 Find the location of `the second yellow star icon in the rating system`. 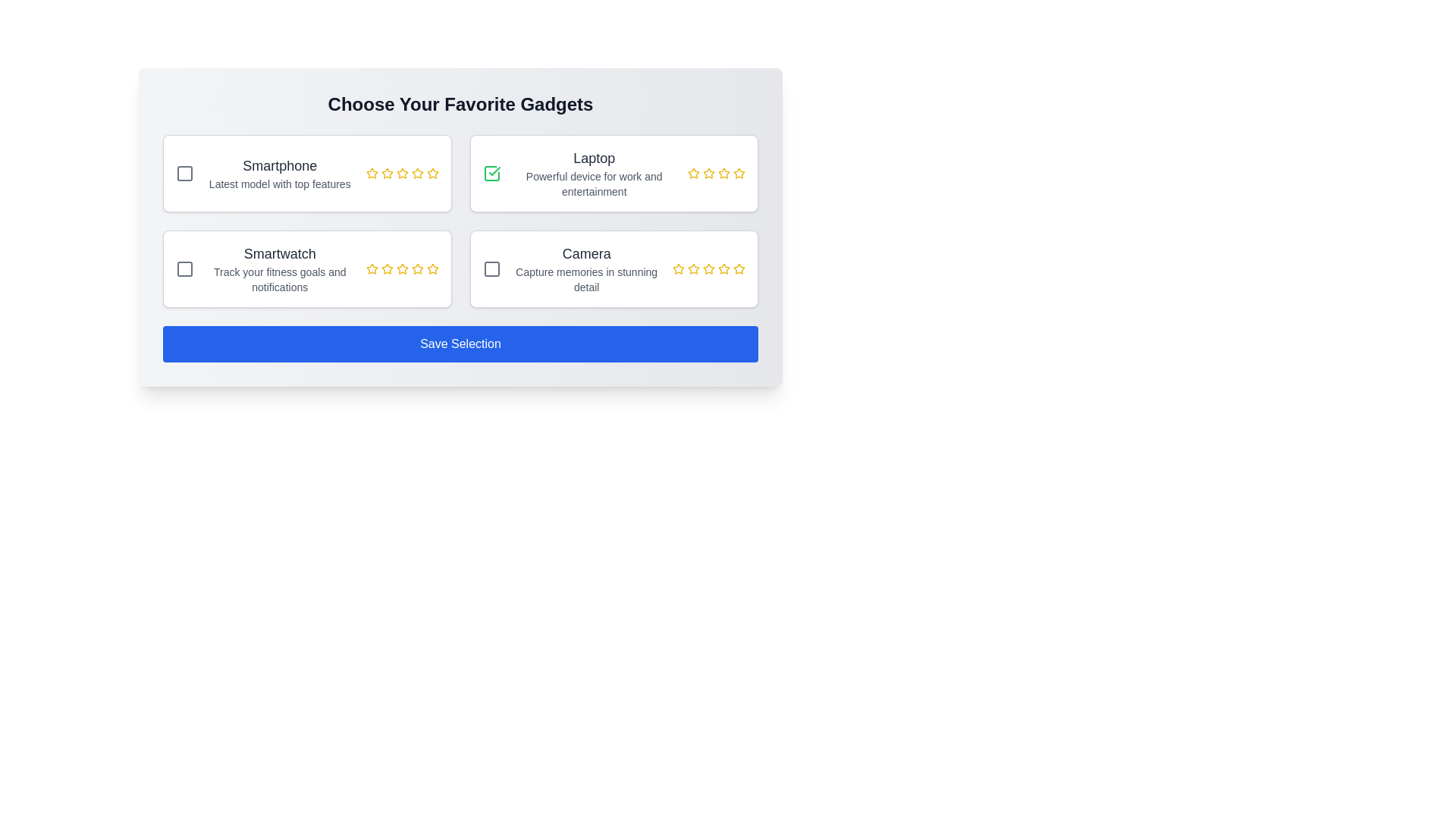

the second yellow star icon in the rating system is located at coordinates (431, 172).